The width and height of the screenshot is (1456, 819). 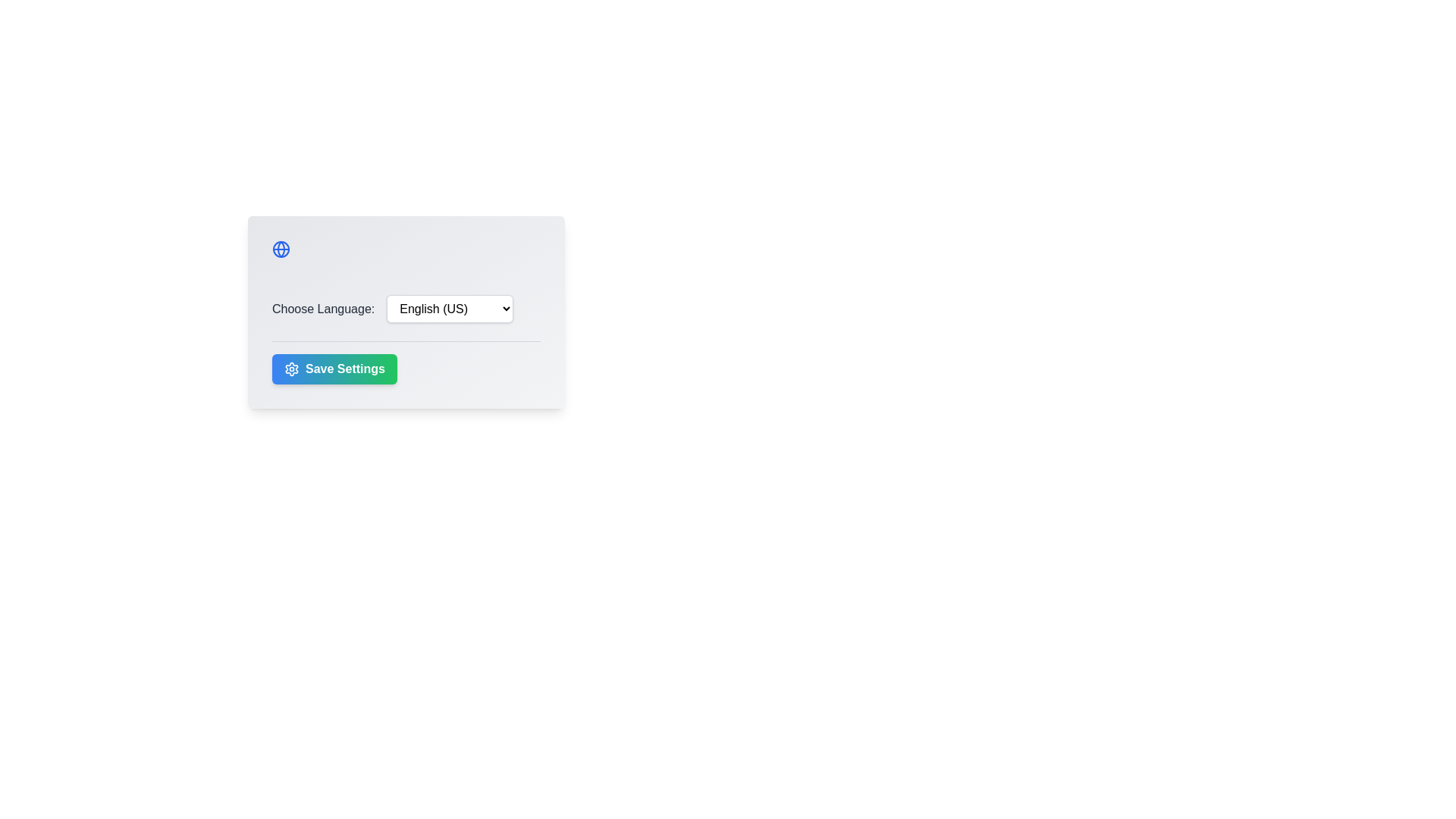 What do you see at coordinates (291, 369) in the screenshot?
I see `the gear icon located within the 'Save Settings' button at the bottom of the card interface` at bounding box center [291, 369].